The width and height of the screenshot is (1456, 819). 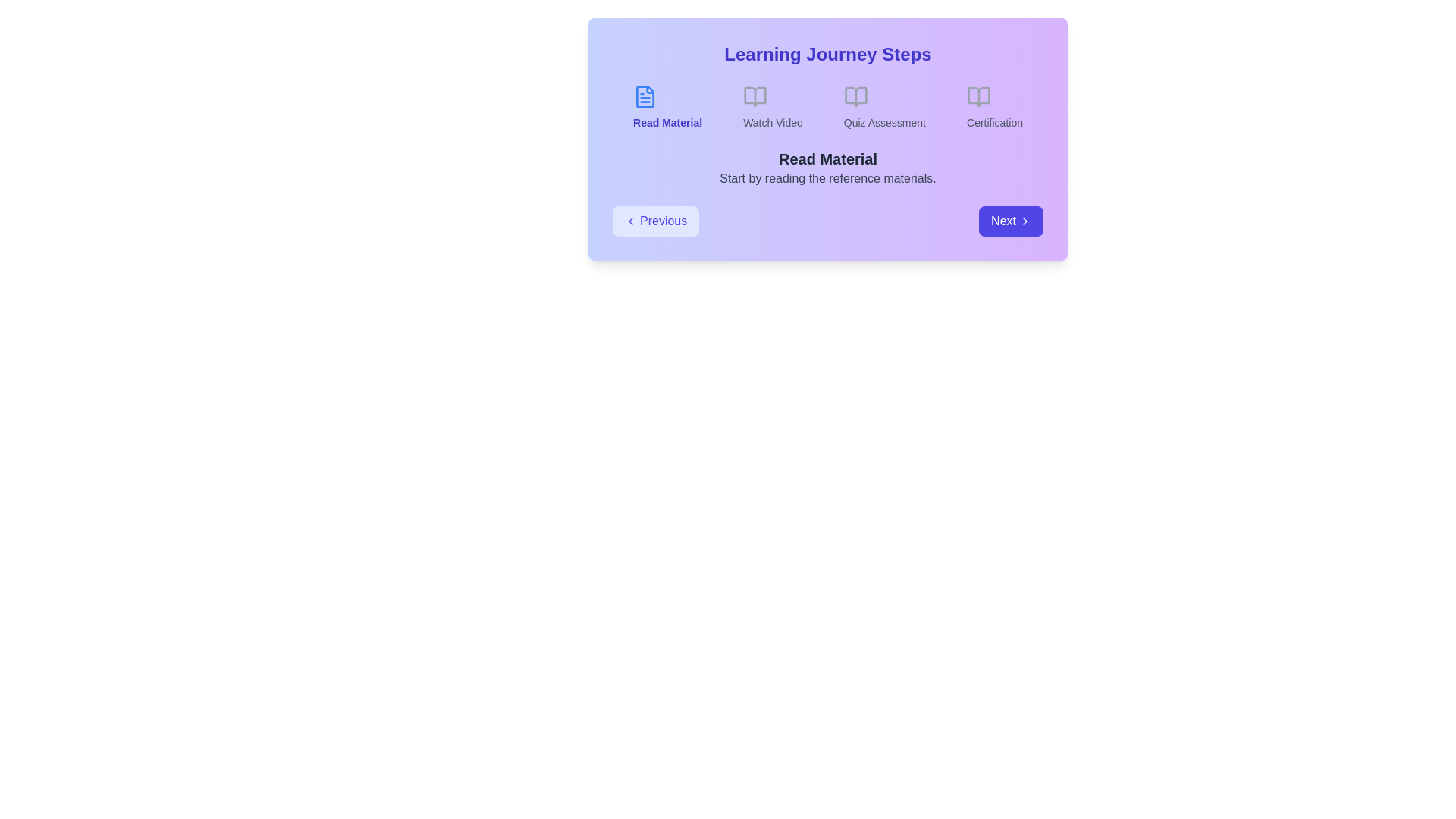 What do you see at coordinates (630, 221) in the screenshot?
I see `the 'Previous' button's arrow icon, which indicates the functionality to navigate to the prior step or page, located at the bottom-left corner of the card area` at bounding box center [630, 221].